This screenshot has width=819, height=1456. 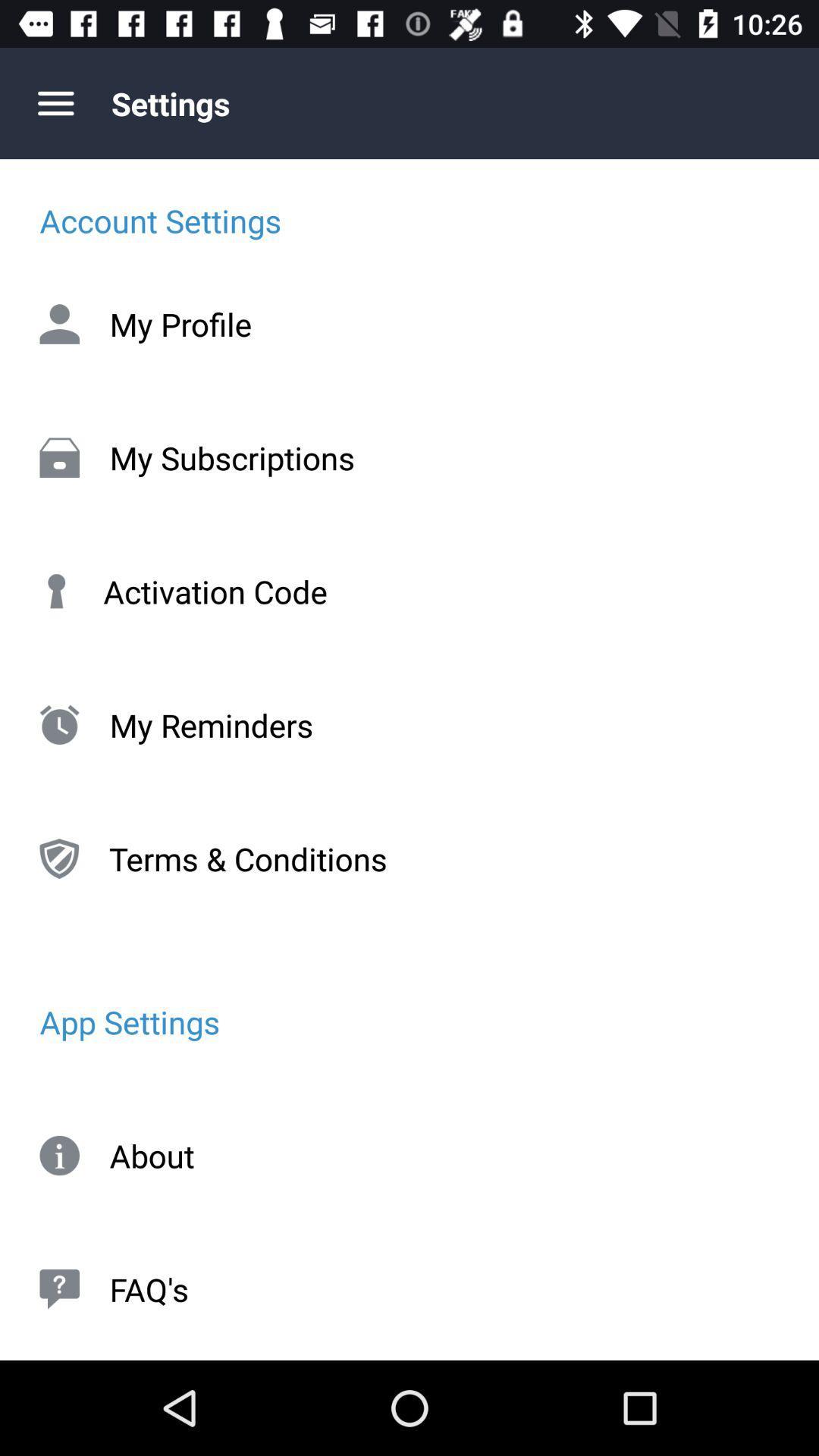 What do you see at coordinates (409, 590) in the screenshot?
I see `the activation code icon` at bounding box center [409, 590].